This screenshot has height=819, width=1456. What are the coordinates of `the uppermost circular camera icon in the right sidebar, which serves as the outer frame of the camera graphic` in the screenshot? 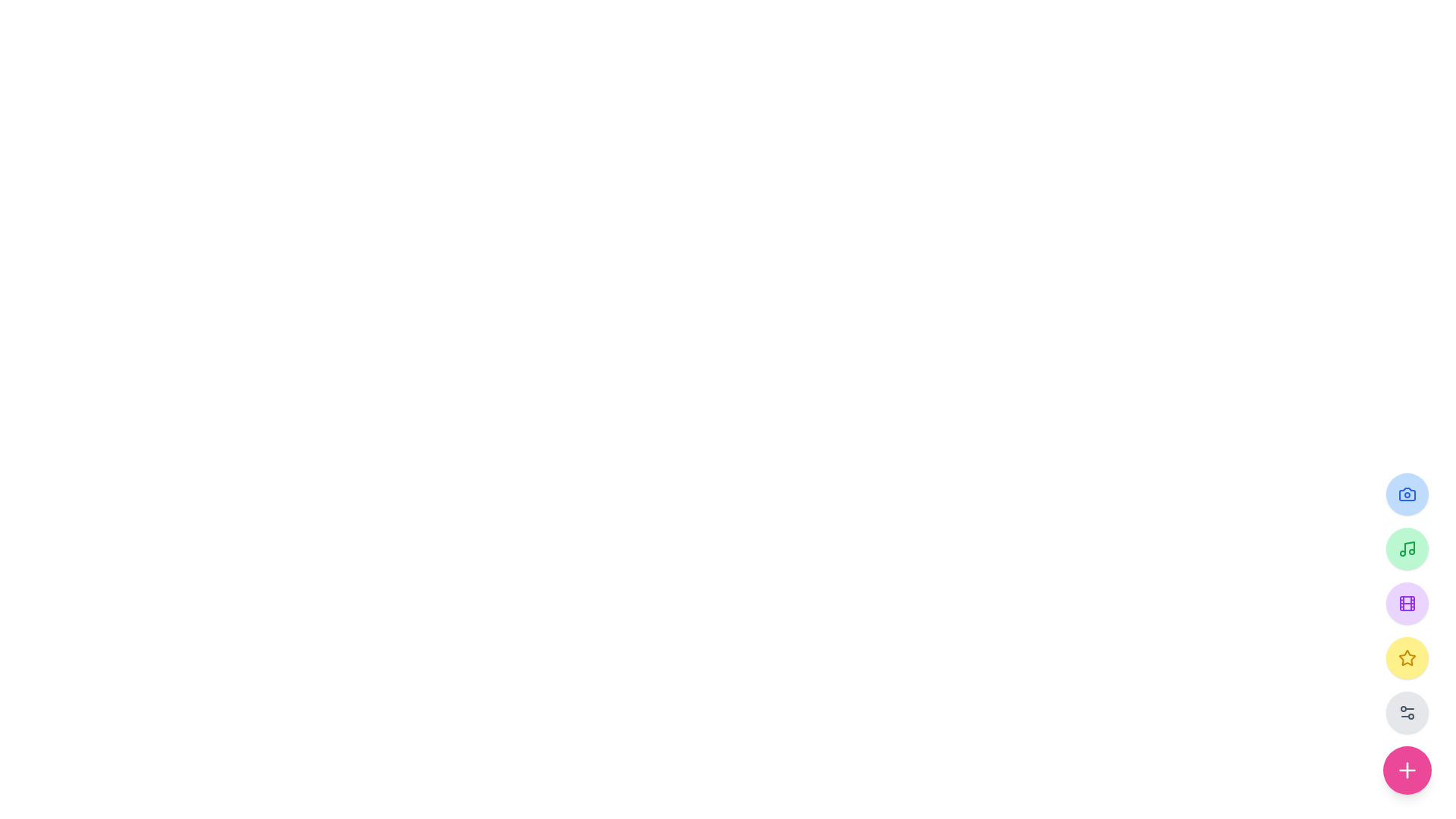 It's located at (1407, 494).